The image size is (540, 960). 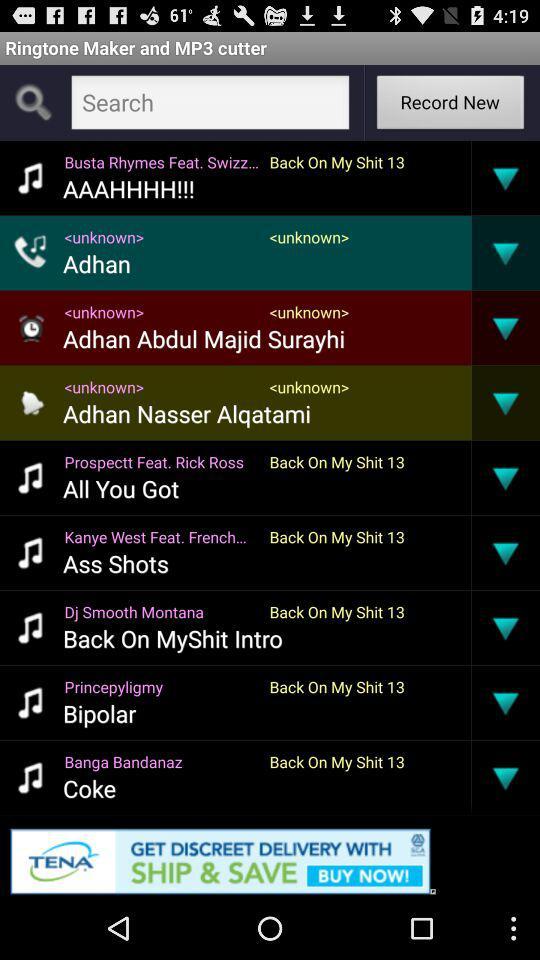 What do you see at coordinates (471, 702) in the screenshot?
I see `the item to the right of back on my` at bounding box center [471, 702].